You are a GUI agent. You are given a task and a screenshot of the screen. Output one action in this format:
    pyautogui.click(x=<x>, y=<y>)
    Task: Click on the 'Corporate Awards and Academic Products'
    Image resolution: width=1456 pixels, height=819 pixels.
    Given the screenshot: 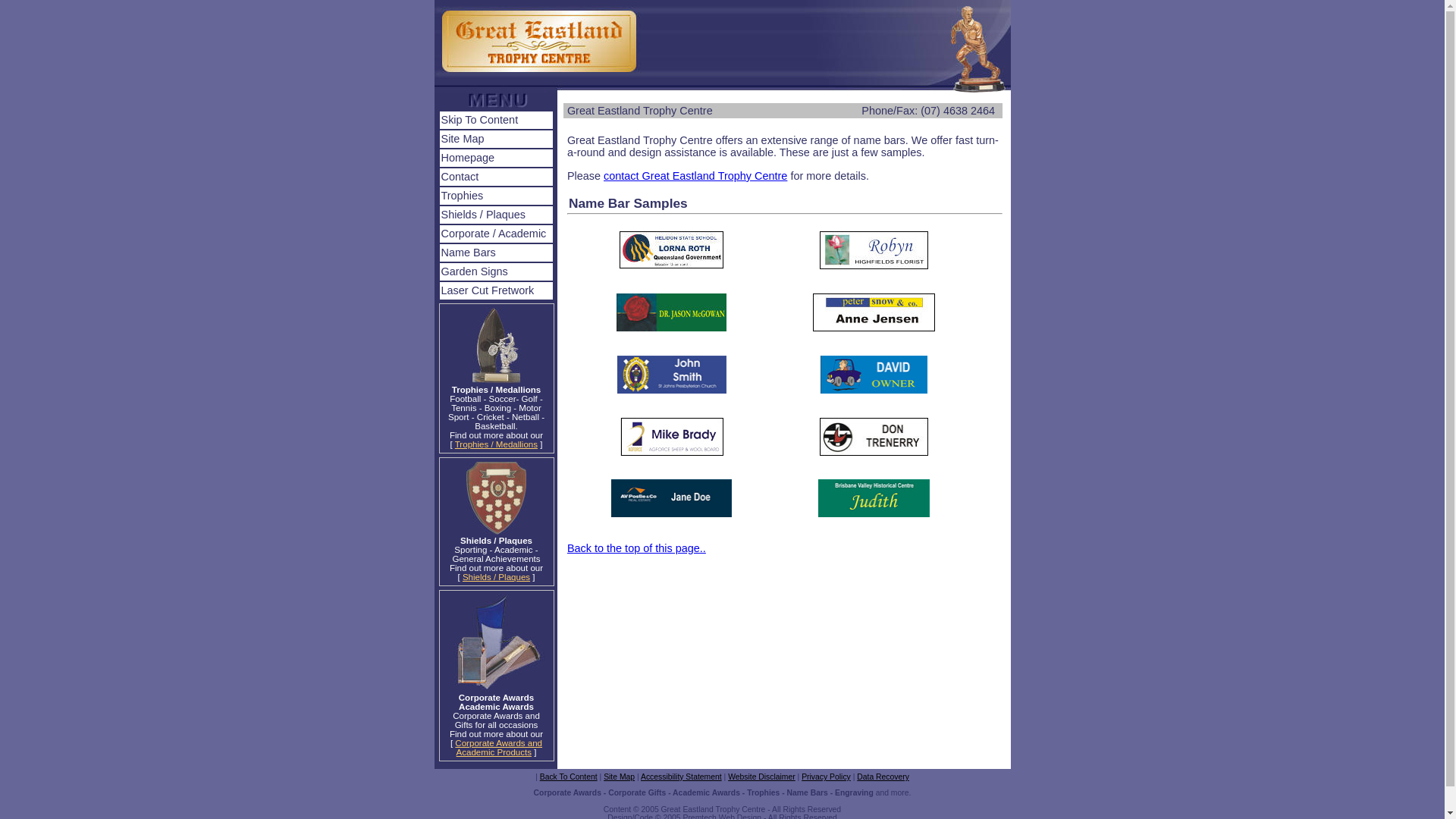 What is the action you would take?
    pyautogui.click(x=498, y=747)
    